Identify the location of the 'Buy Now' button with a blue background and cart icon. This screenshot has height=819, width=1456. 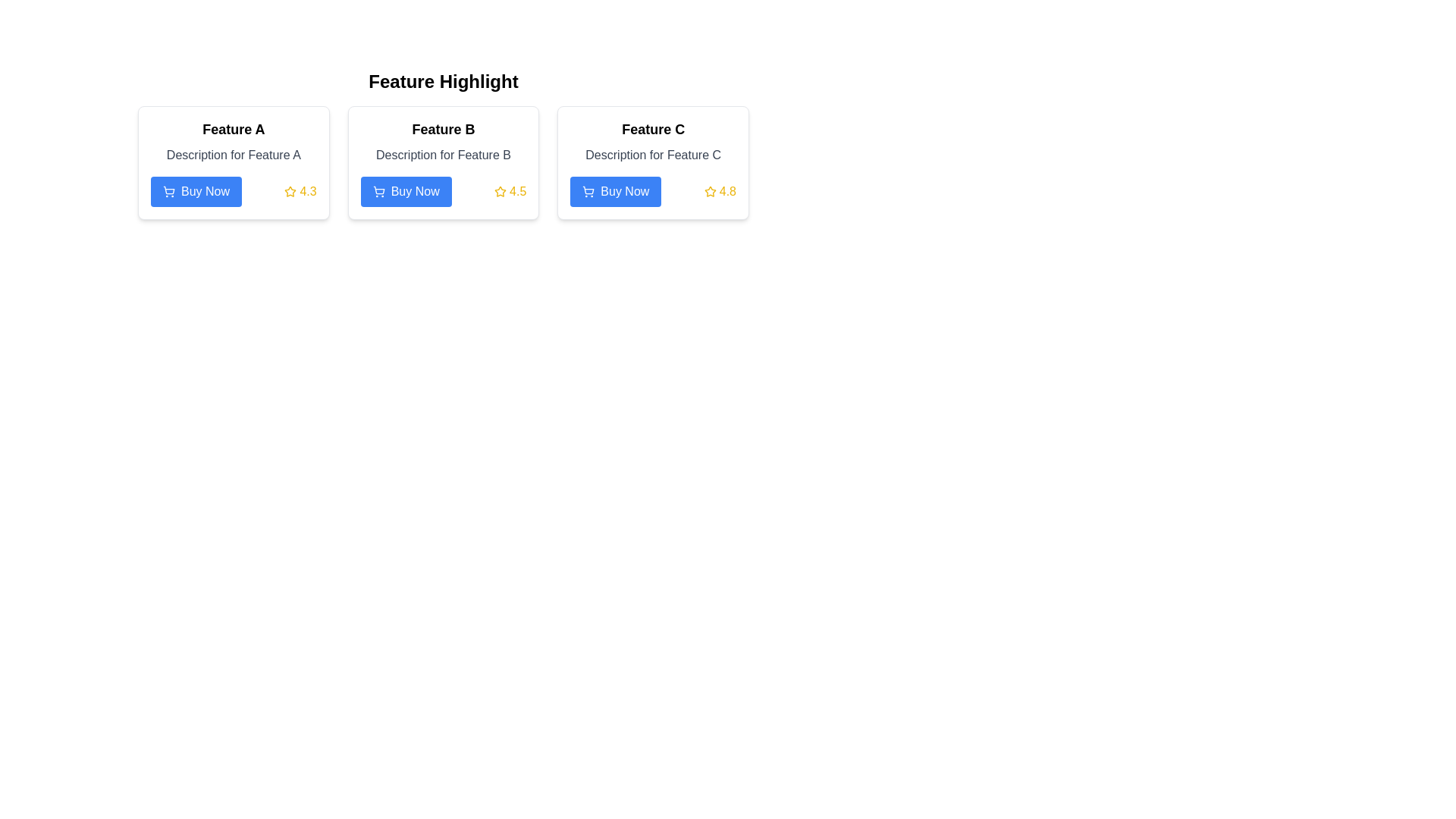
(406, 191).